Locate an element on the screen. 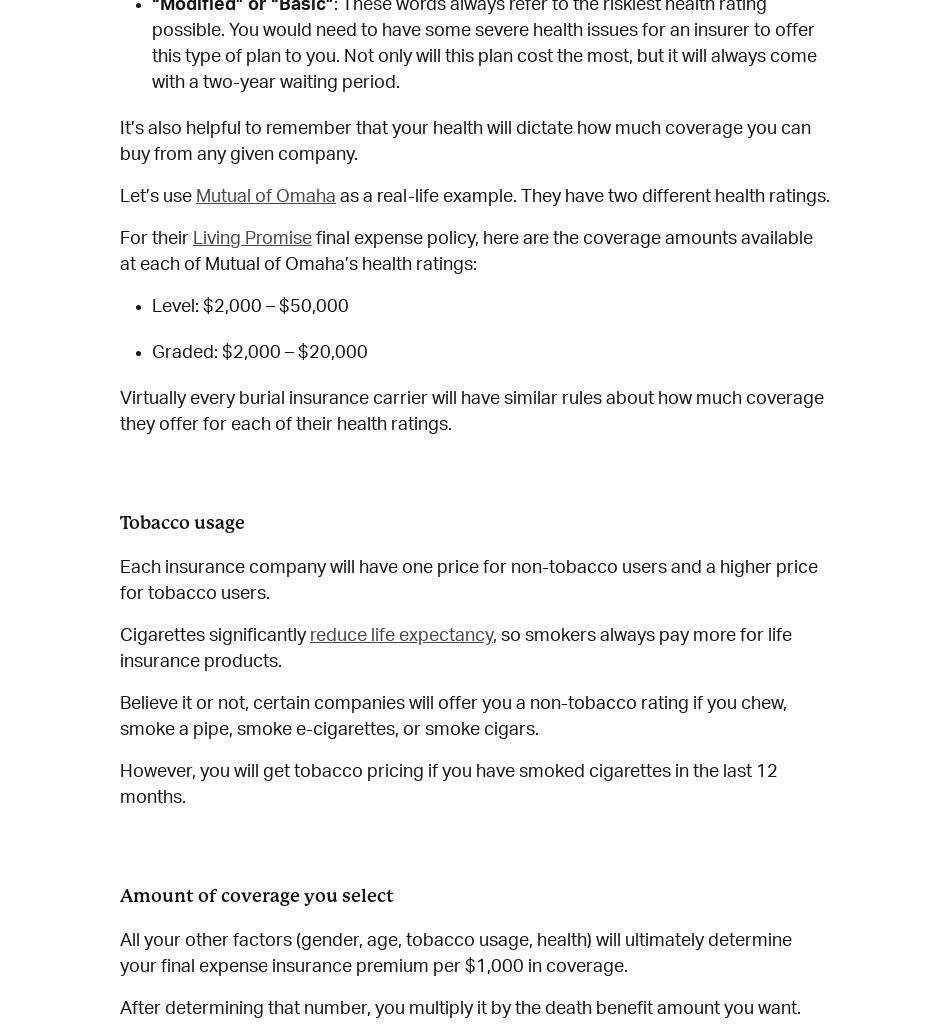 Image resolution: width=950 pixels, height=1034 pixels. 'For their' is located at coordinates (156, 238).